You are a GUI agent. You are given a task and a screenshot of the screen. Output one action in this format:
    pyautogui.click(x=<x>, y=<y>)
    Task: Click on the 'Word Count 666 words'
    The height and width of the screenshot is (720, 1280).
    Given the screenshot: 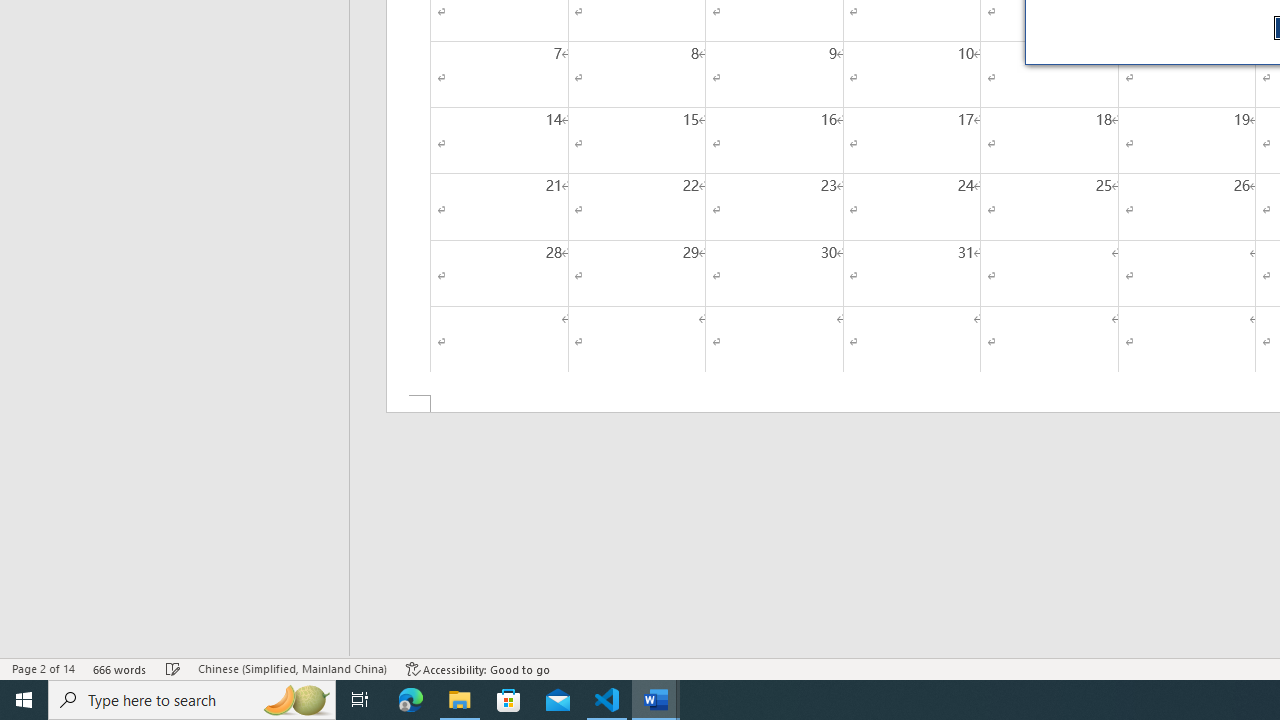 What is the action you would take?
    pyautogui.click(x=119, y=669)
    